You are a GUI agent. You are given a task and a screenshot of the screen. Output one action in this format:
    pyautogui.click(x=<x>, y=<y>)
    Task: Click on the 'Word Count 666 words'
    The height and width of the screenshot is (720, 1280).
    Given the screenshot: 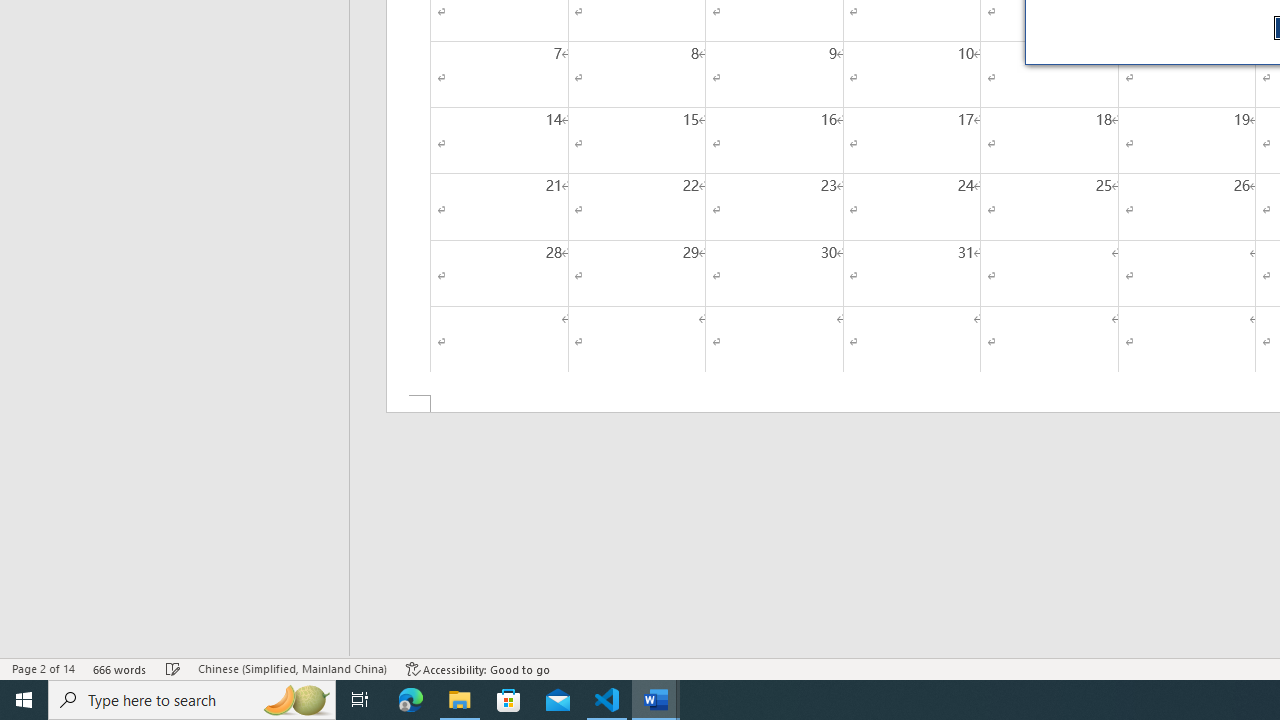 What is the action you would take?
    pyautogui.click(x=119, y=669)
    